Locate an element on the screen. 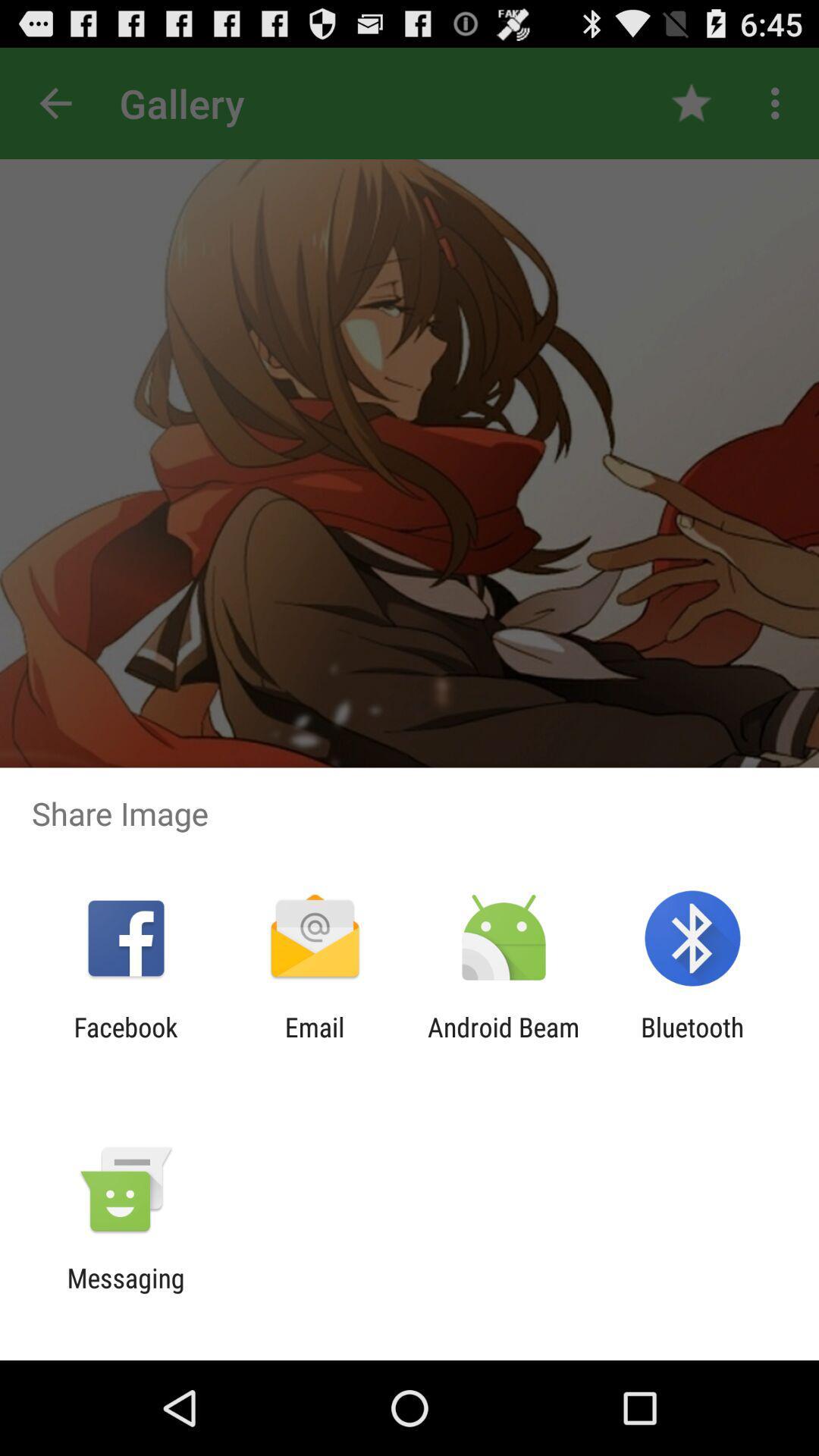  messaging icon is located at coordinates (125, 1293).